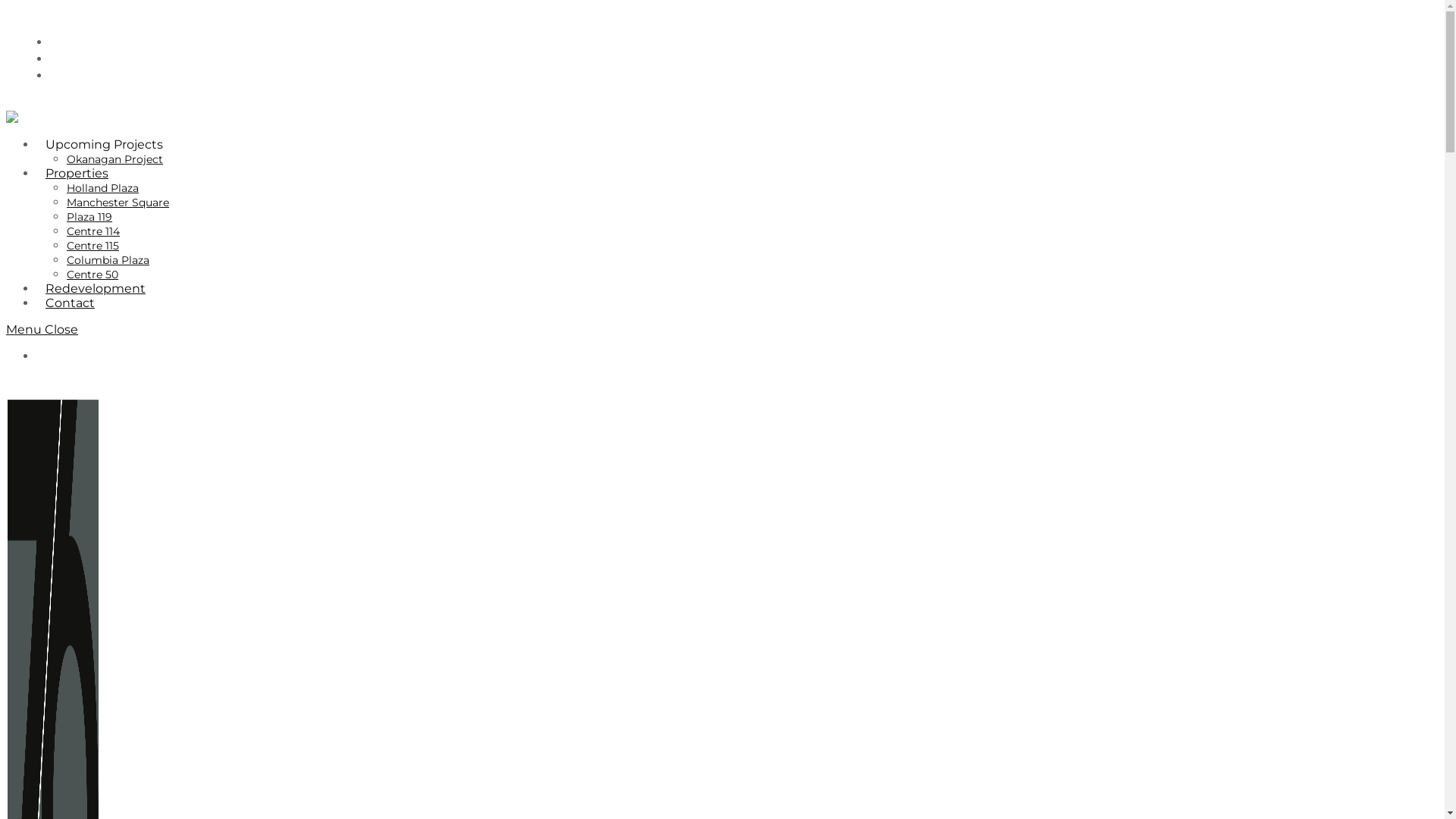 This screenshot has height=819, width=1456. Describe the element at coordinates (92, 245) in the screenshot. I see `'Centre 115'` at that location.